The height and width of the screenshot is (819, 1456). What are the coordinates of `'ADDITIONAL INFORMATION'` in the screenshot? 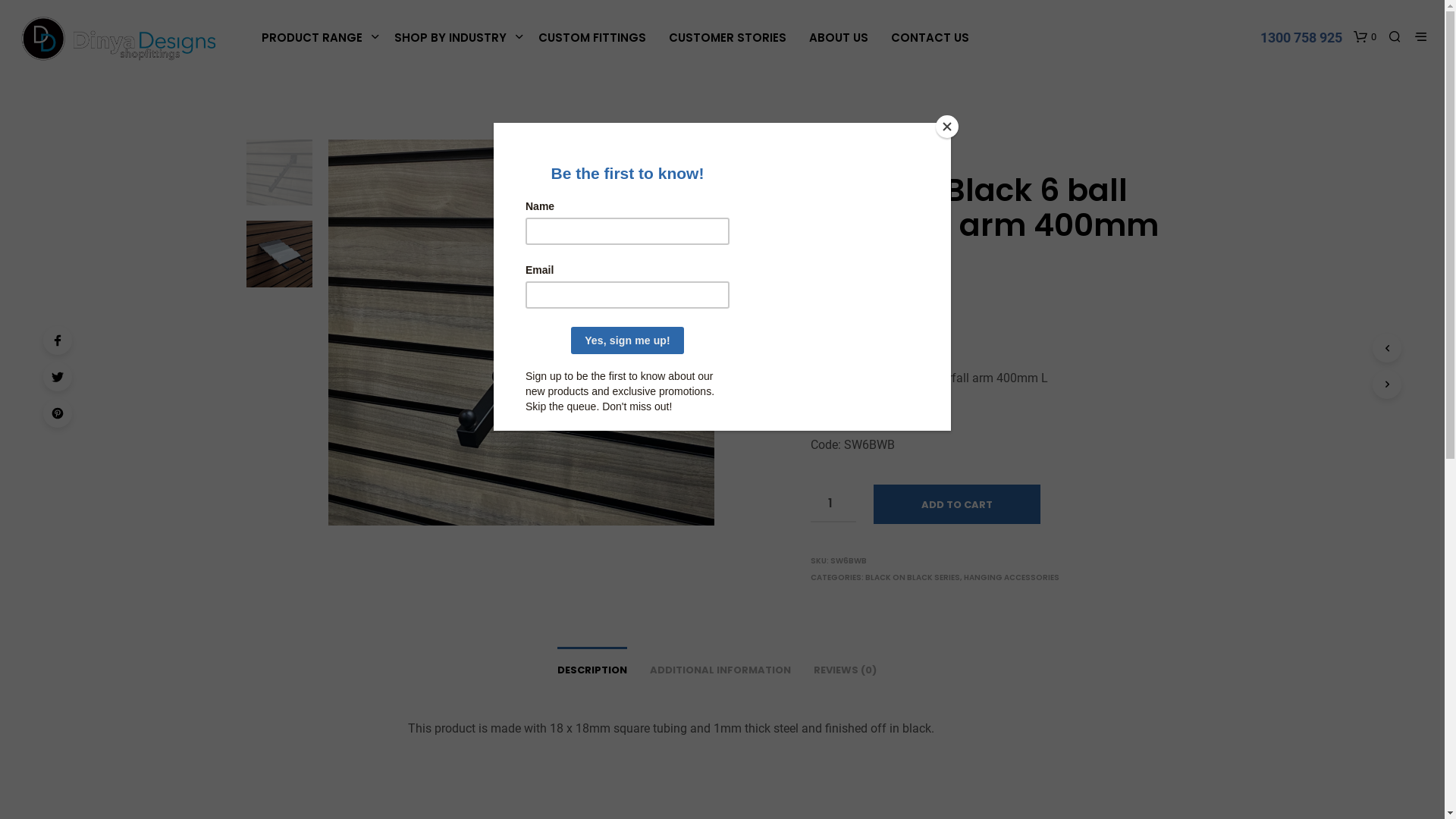 It's located at (719, 664).